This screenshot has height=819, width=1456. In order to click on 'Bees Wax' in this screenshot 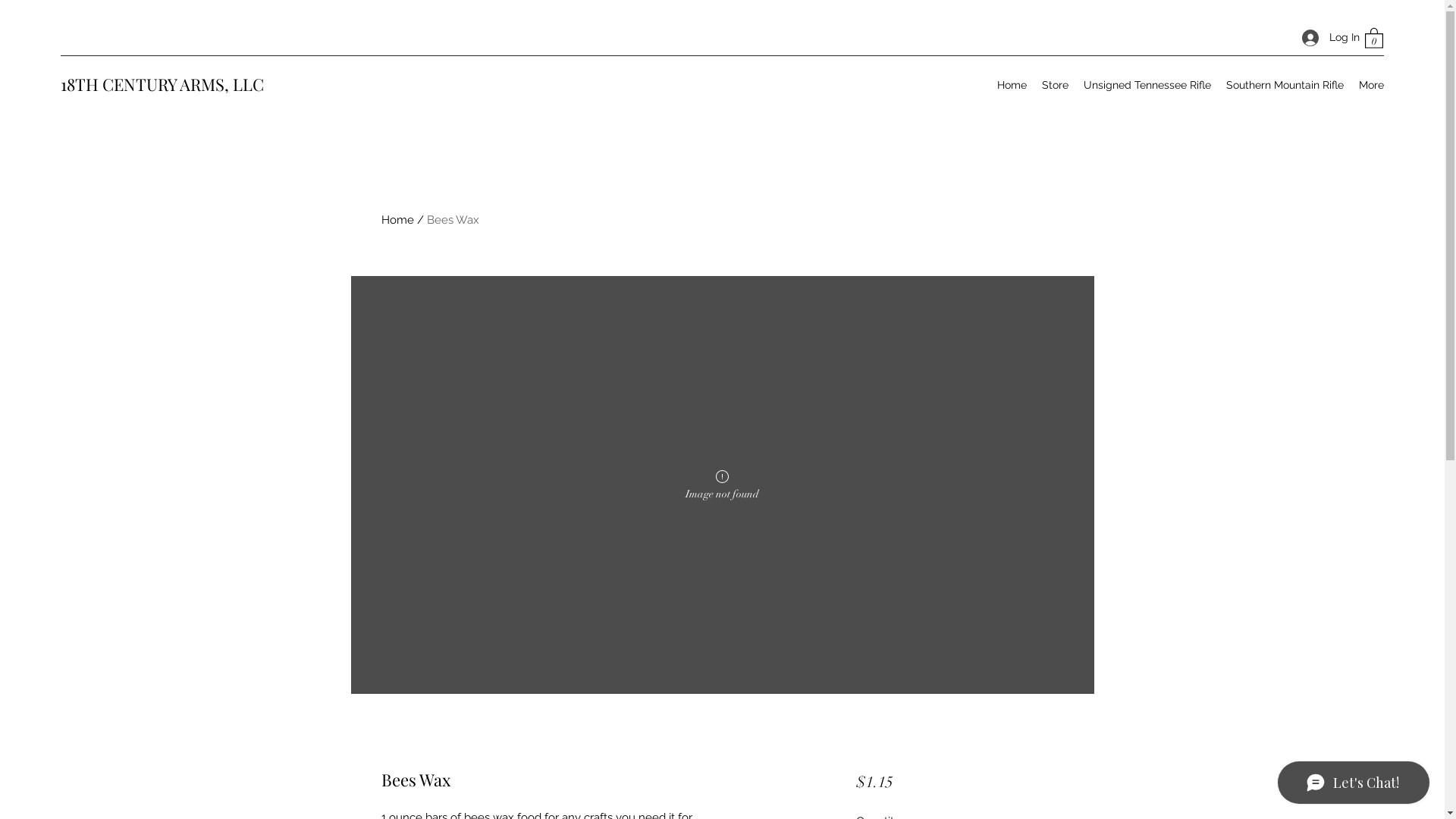, I will do `click(451, 219)`.